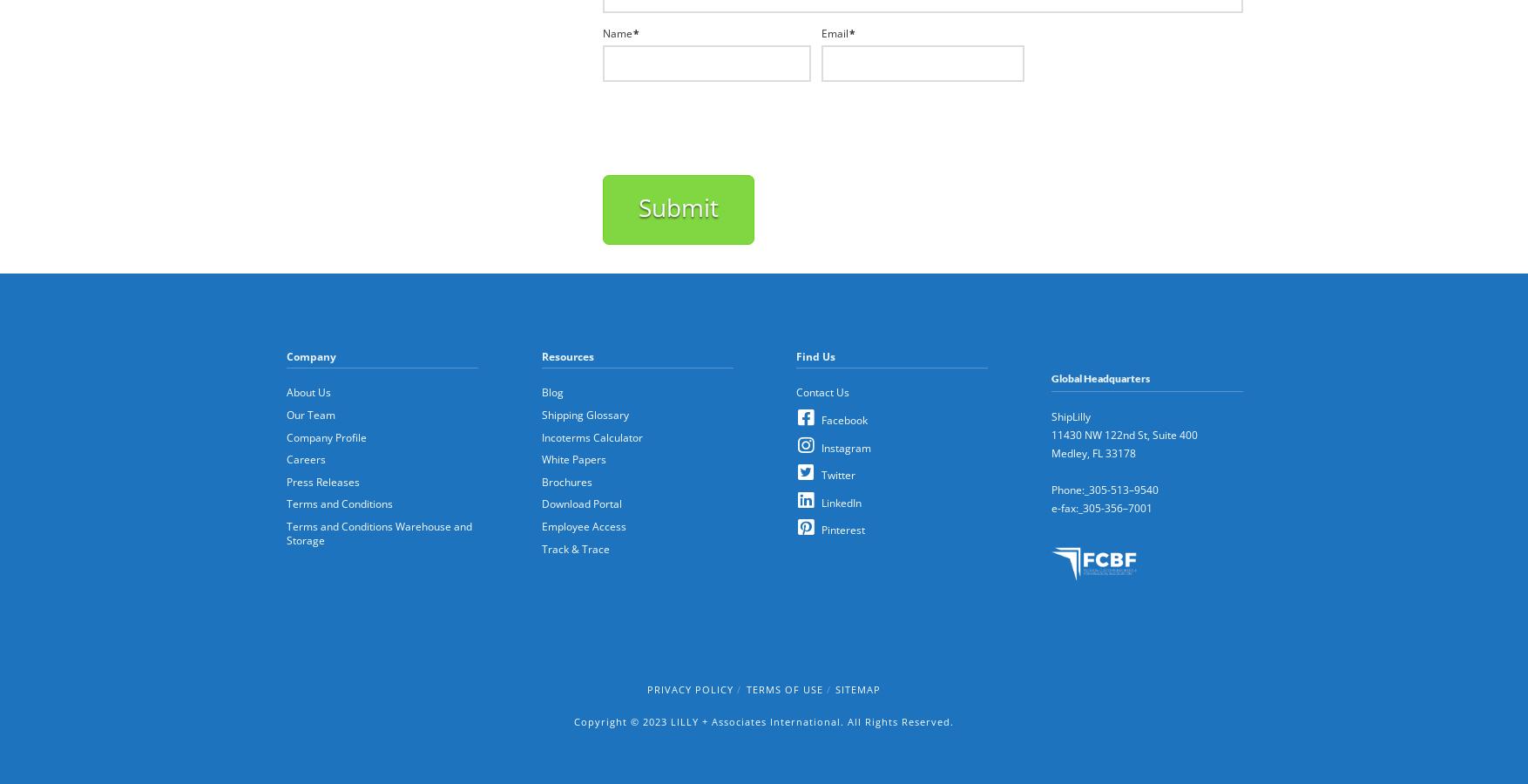 The width and height of the screenshot is (1528, 784). What do you see at coordinates (574, 547) in the screenshot?
I see `'Track & Trace'` at bounding box center [574, 547].